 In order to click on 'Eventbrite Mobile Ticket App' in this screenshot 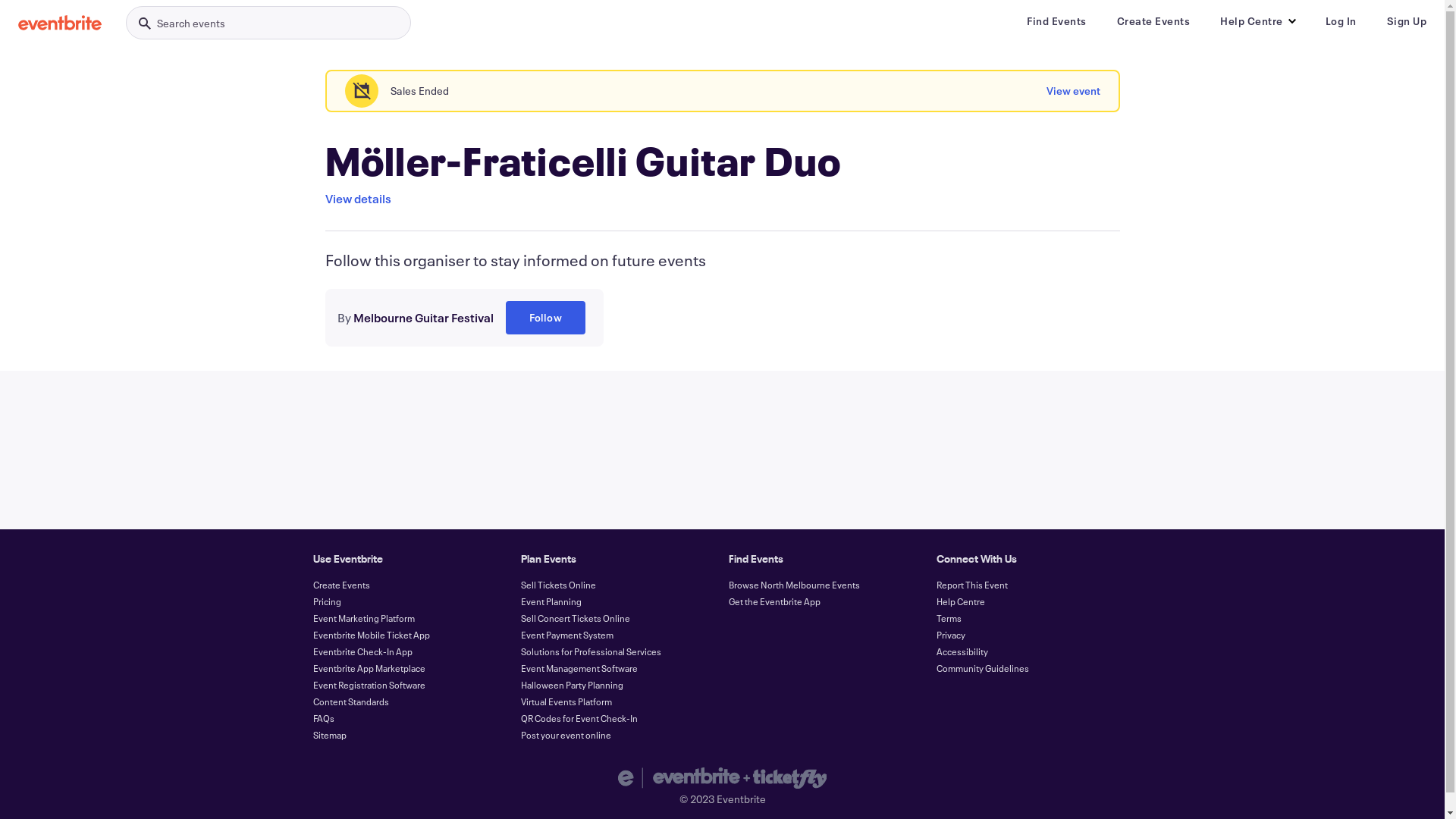, I will do `click(371, 635)`.